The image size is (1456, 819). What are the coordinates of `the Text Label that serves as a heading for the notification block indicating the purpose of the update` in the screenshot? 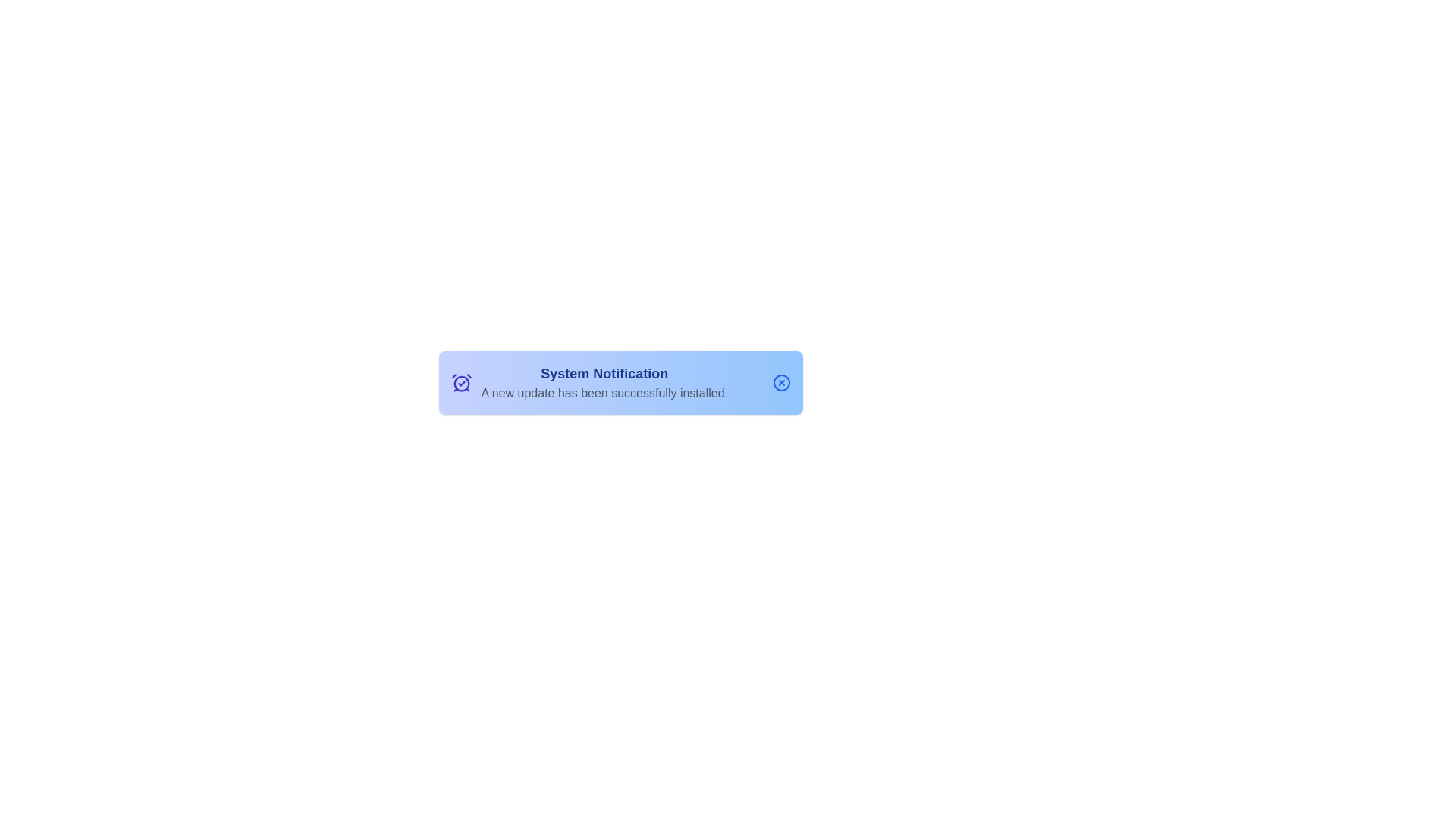 It's located at (604, 374).